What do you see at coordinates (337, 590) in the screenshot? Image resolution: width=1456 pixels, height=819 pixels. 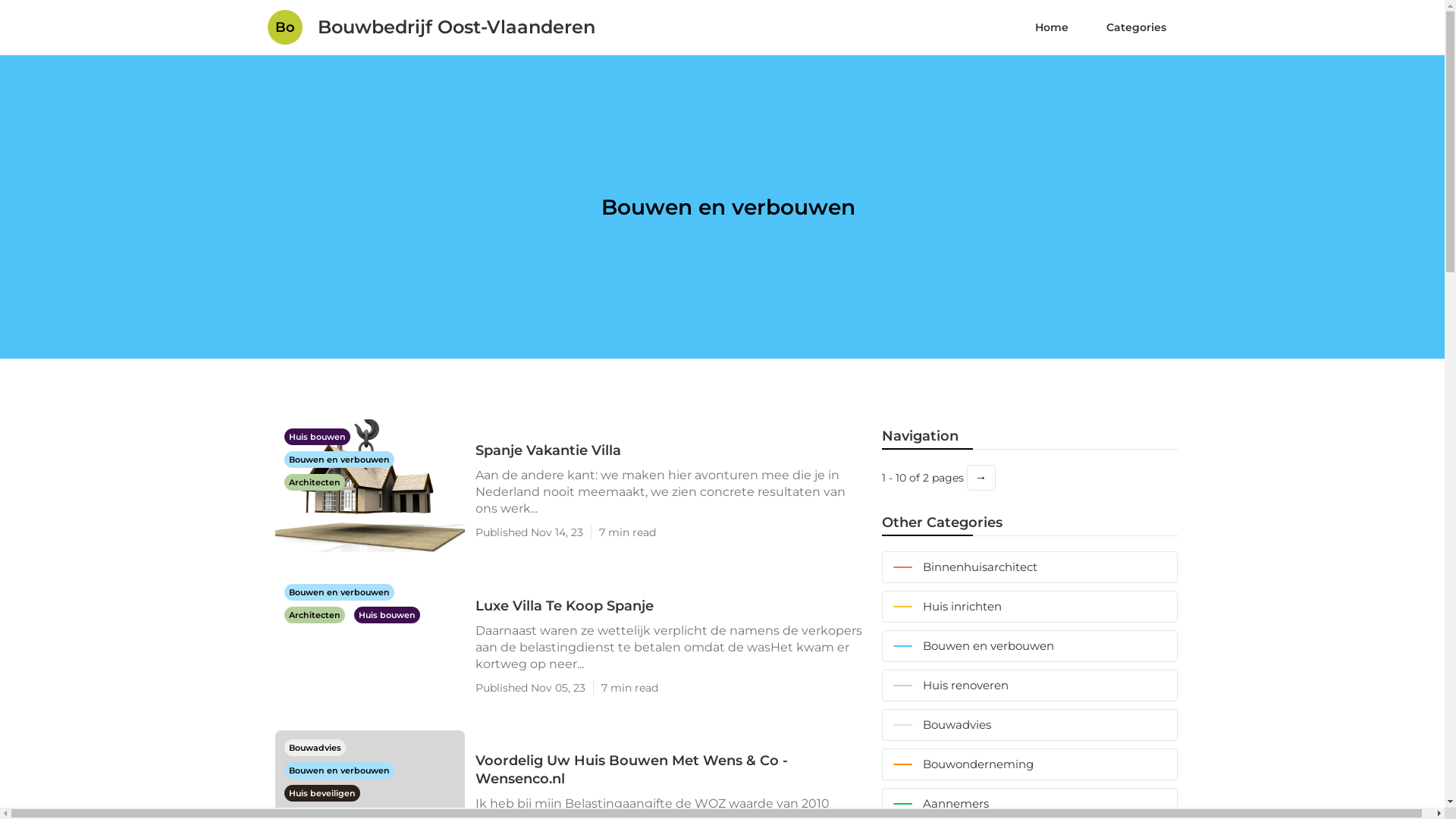 I see `'Bouwen en verbouwen'` at bounding box center [337, 590].